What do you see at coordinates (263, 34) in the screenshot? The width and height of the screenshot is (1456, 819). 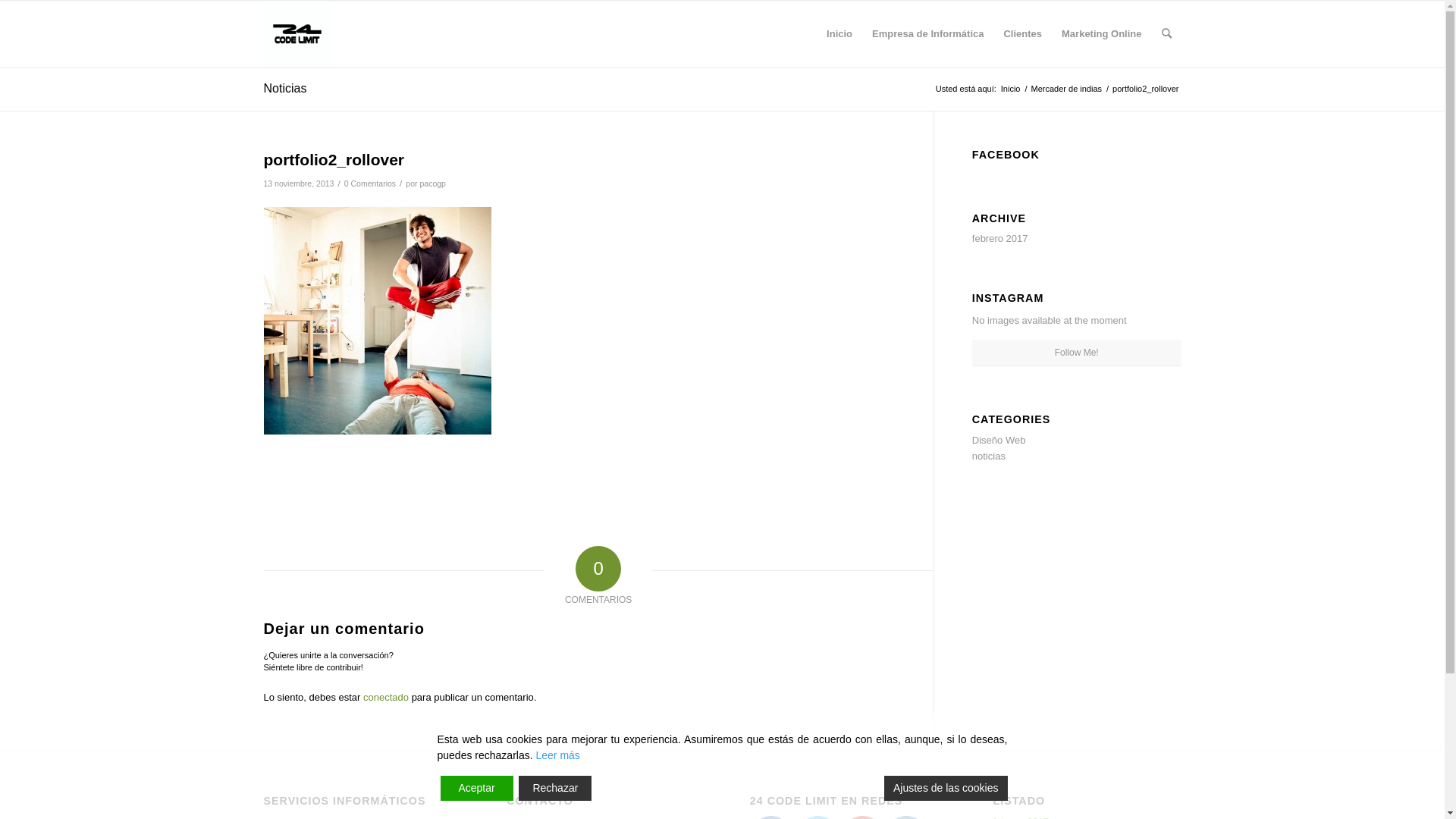 I see `'cropped-Logo-24-Code-Limit-blanco-pequeno.jpg'` at bounding box center [263, 34].